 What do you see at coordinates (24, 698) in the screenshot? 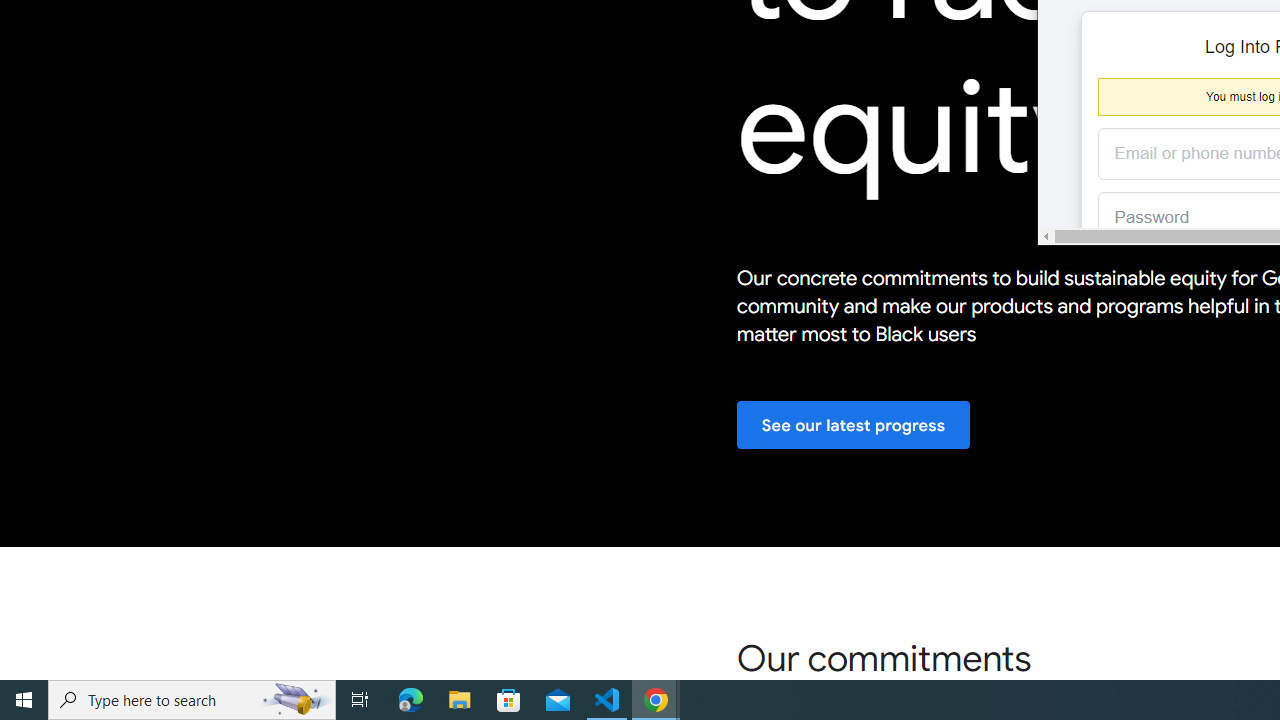
I see `'Start'` at bounding box center [24, 698].